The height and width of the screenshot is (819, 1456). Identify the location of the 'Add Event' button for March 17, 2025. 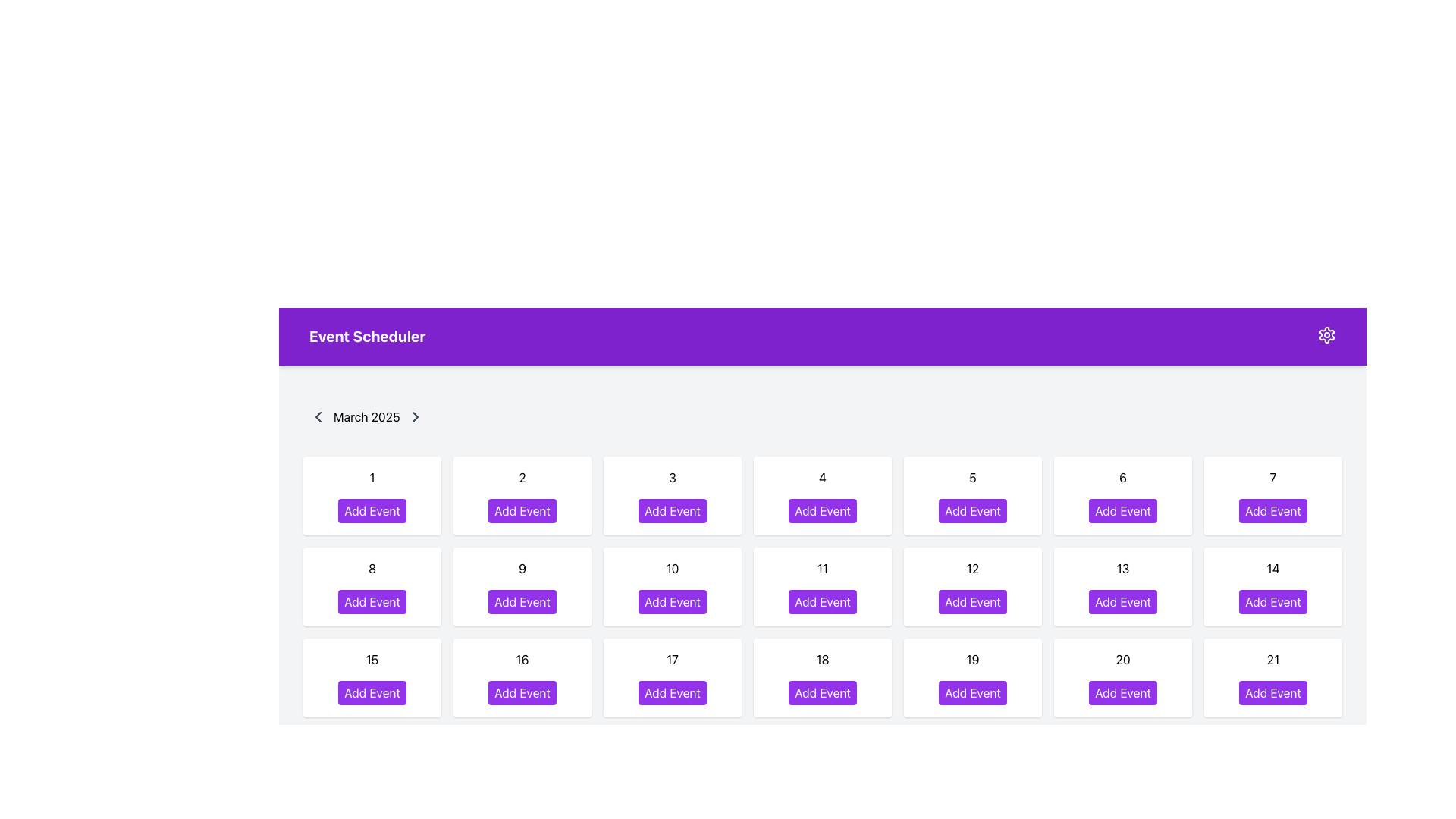
(672, 693).